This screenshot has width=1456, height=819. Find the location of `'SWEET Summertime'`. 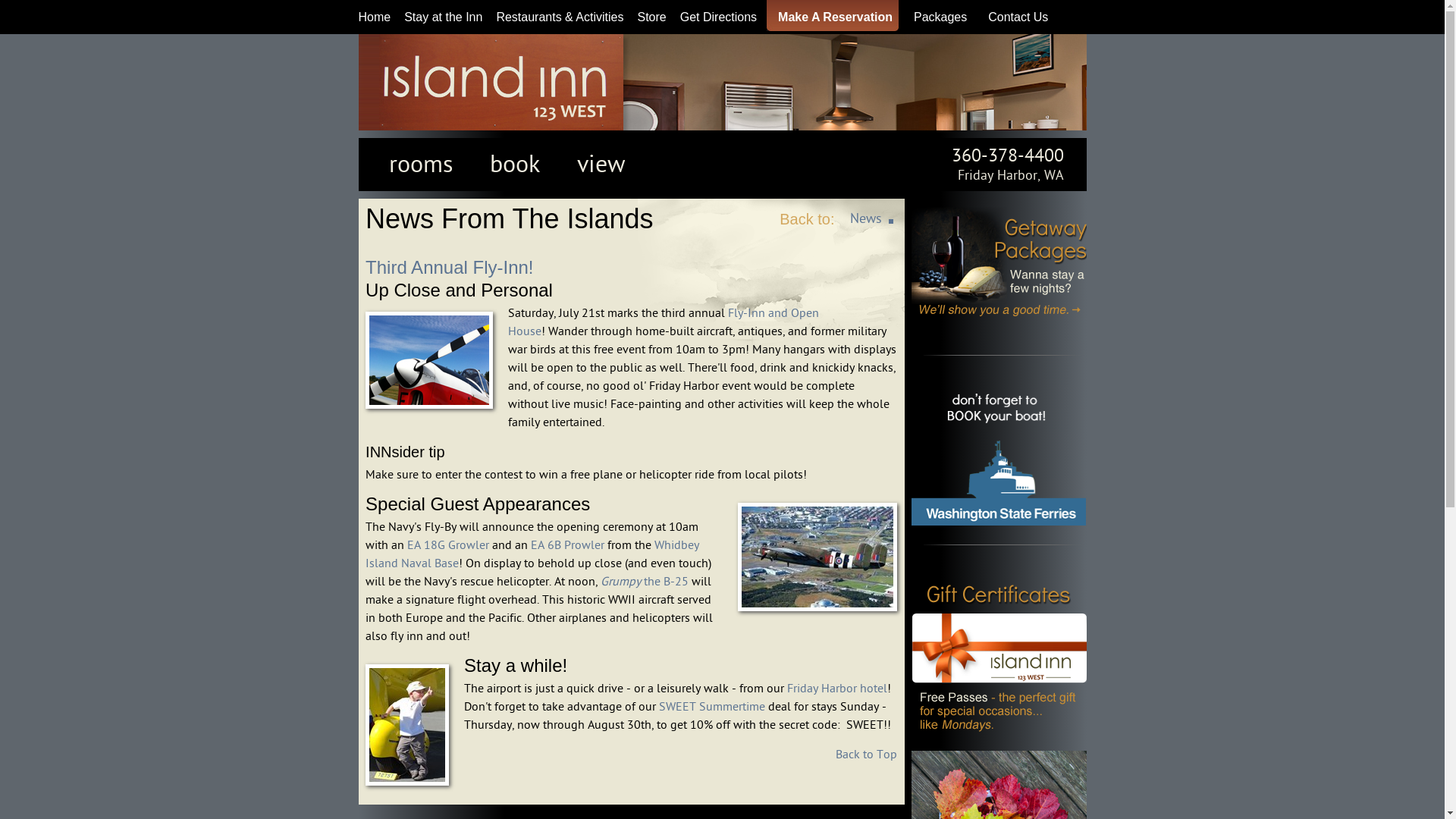

'SWEET Summertime' is located at coordinates (711, 707).